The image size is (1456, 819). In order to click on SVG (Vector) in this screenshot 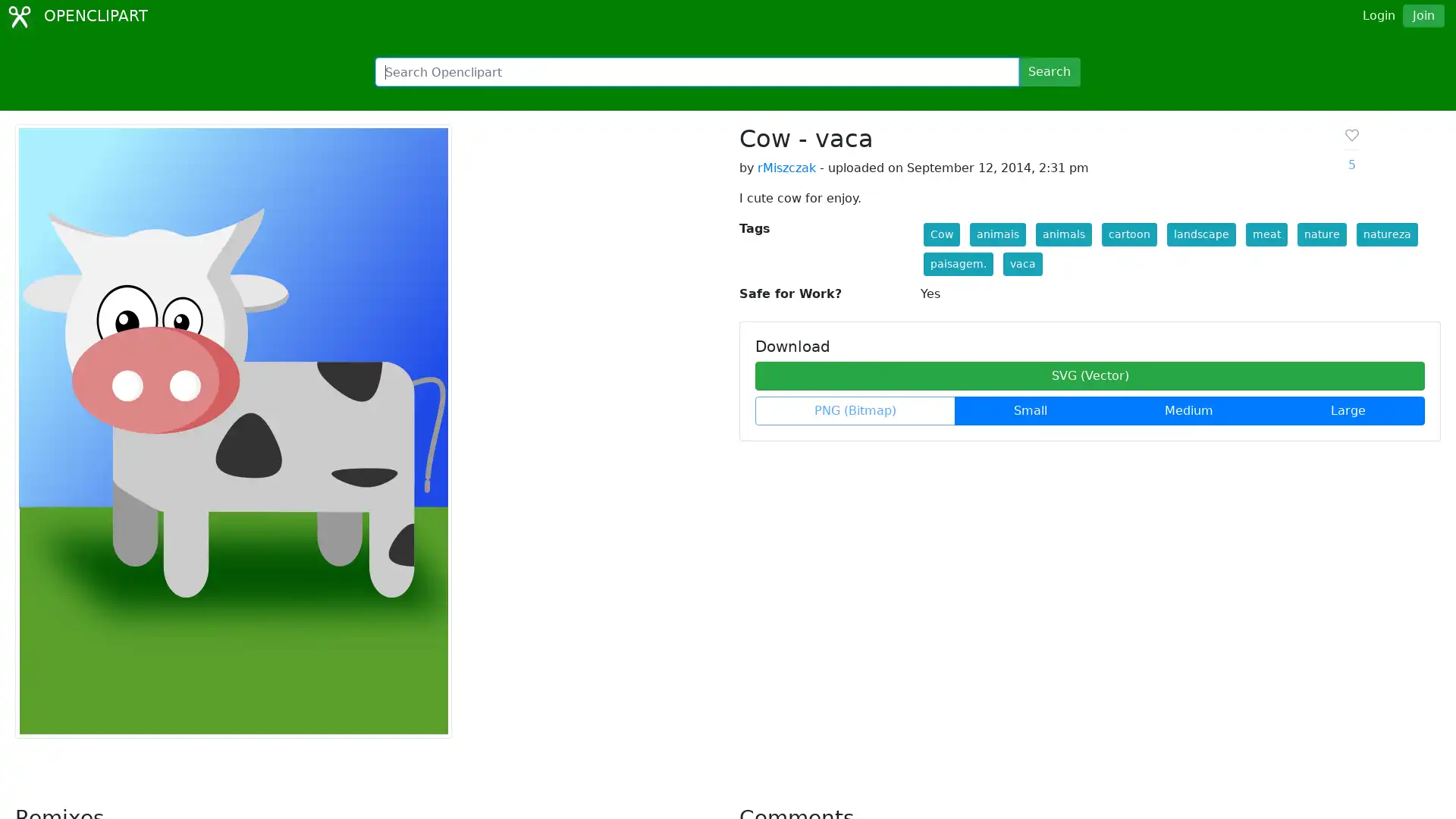, I will do `click(1089, 375)`.